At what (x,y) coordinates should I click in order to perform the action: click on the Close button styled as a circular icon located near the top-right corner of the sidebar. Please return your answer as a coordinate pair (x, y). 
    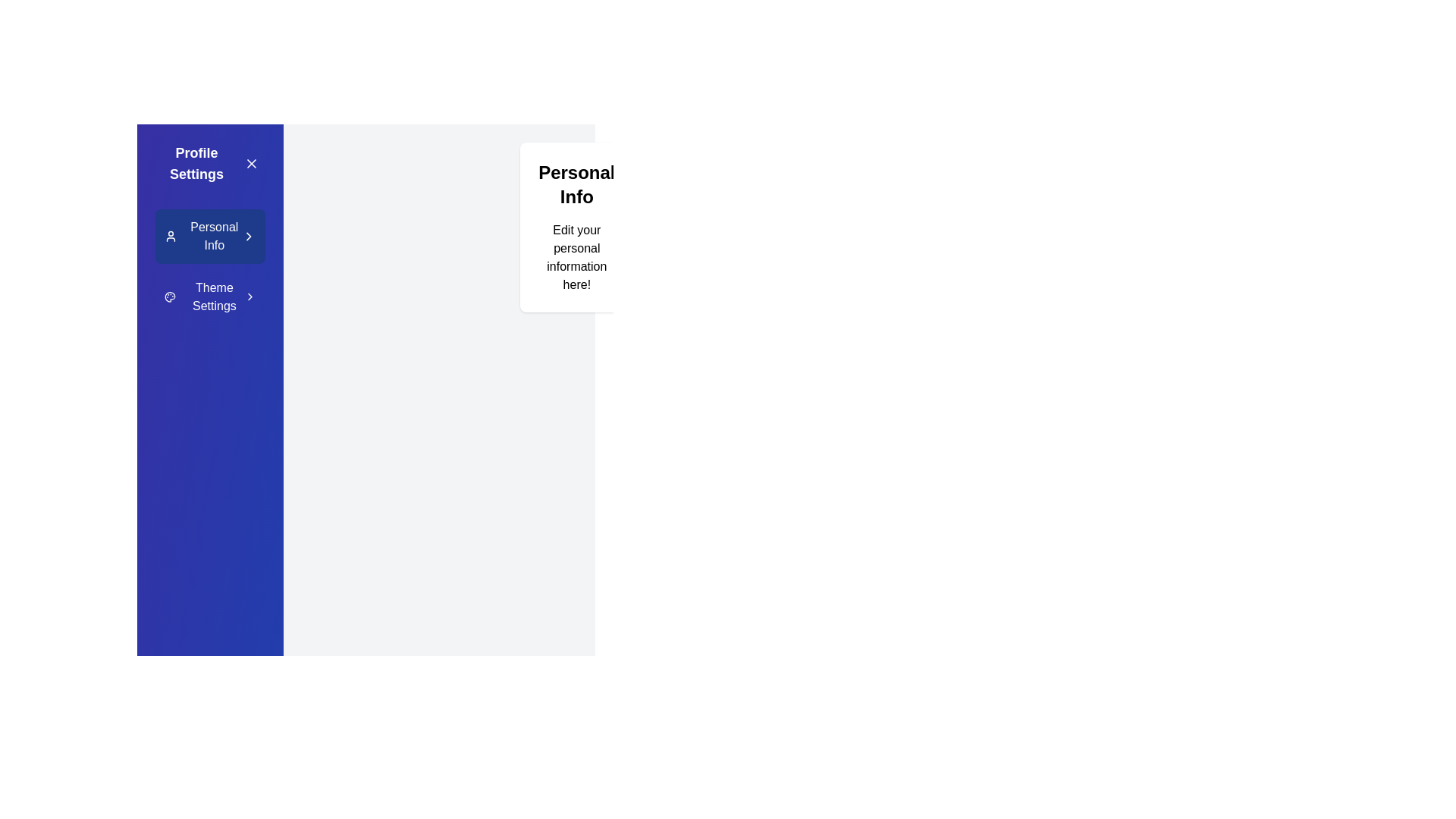
    Looking at the image, I should click on (252, 164).